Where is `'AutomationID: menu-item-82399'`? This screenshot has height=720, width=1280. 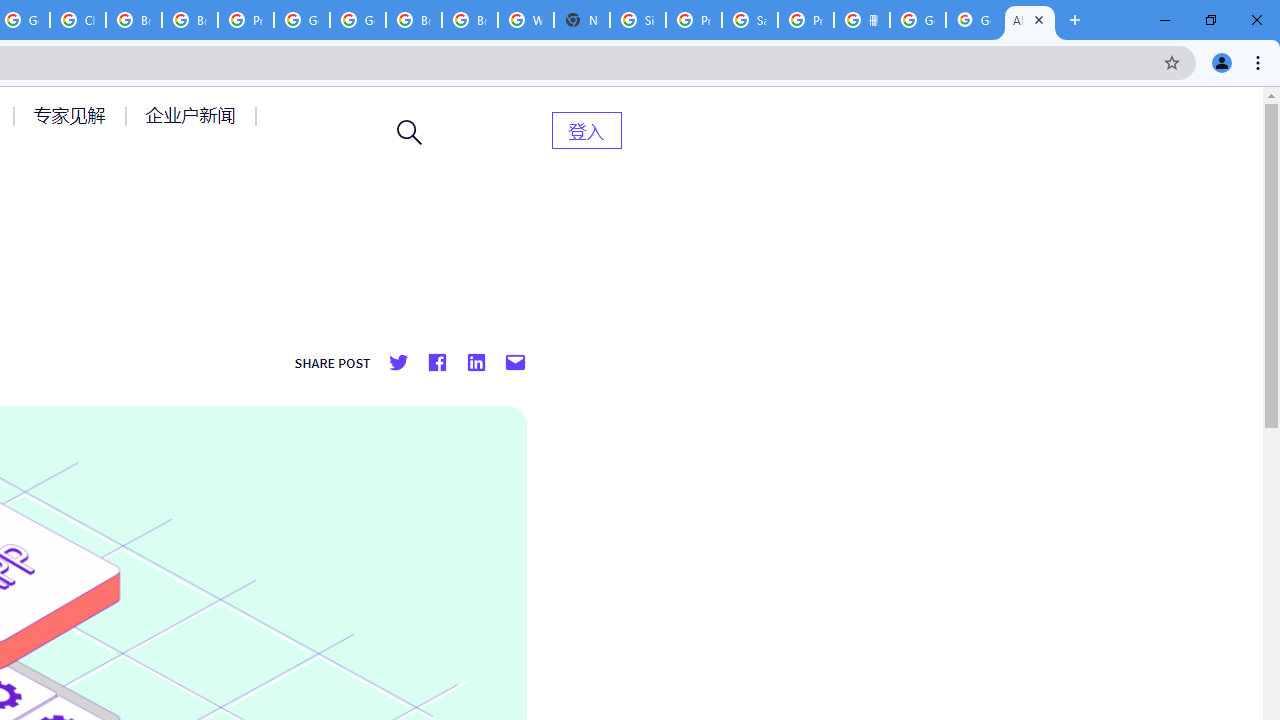 'AutomationID: menu-item-82399' is located at coordinates (585, 129).